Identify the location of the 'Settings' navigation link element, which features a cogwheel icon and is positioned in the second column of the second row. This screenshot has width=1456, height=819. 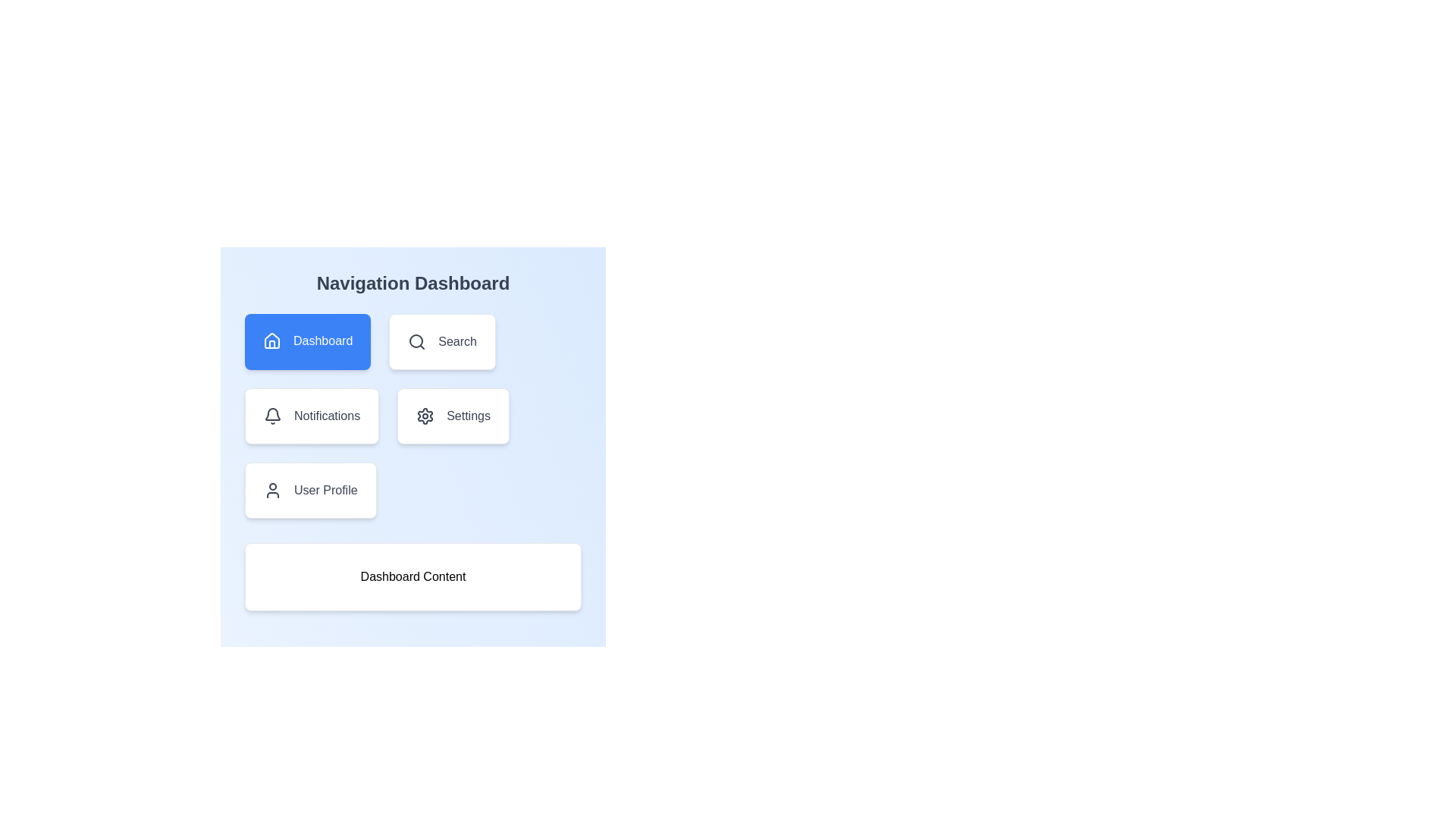
(453, 416).